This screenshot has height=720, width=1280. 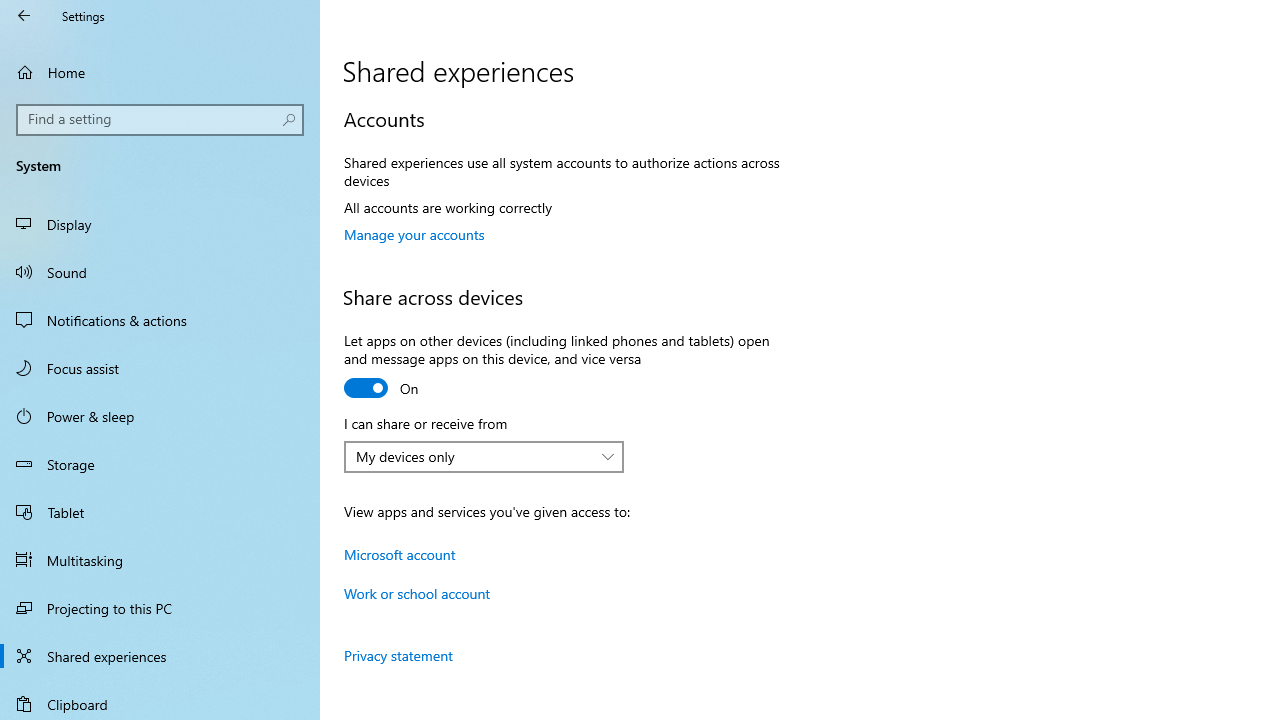 I want to click on 'Microsoft account', so click(x=400, y=554).